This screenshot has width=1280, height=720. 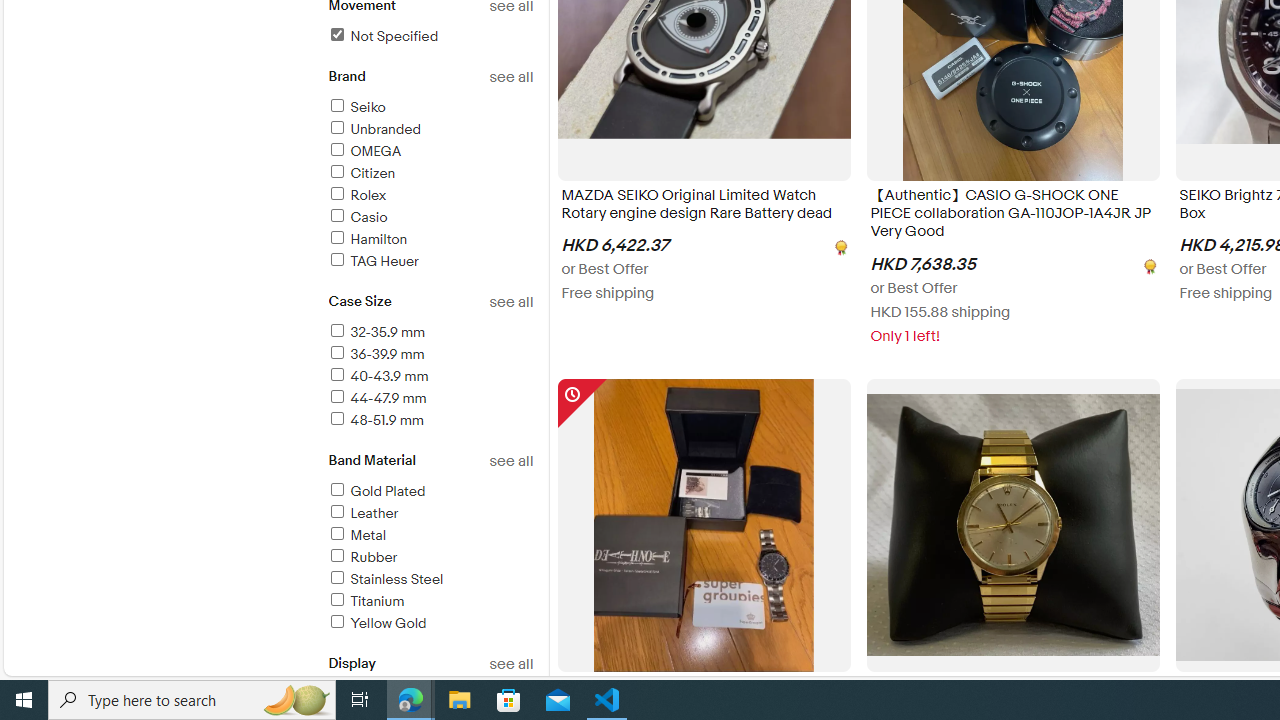 What do you see at coordinates (362, 557) in the screenshot?
I see `'Rubber'` at bounding box center [362, 557].